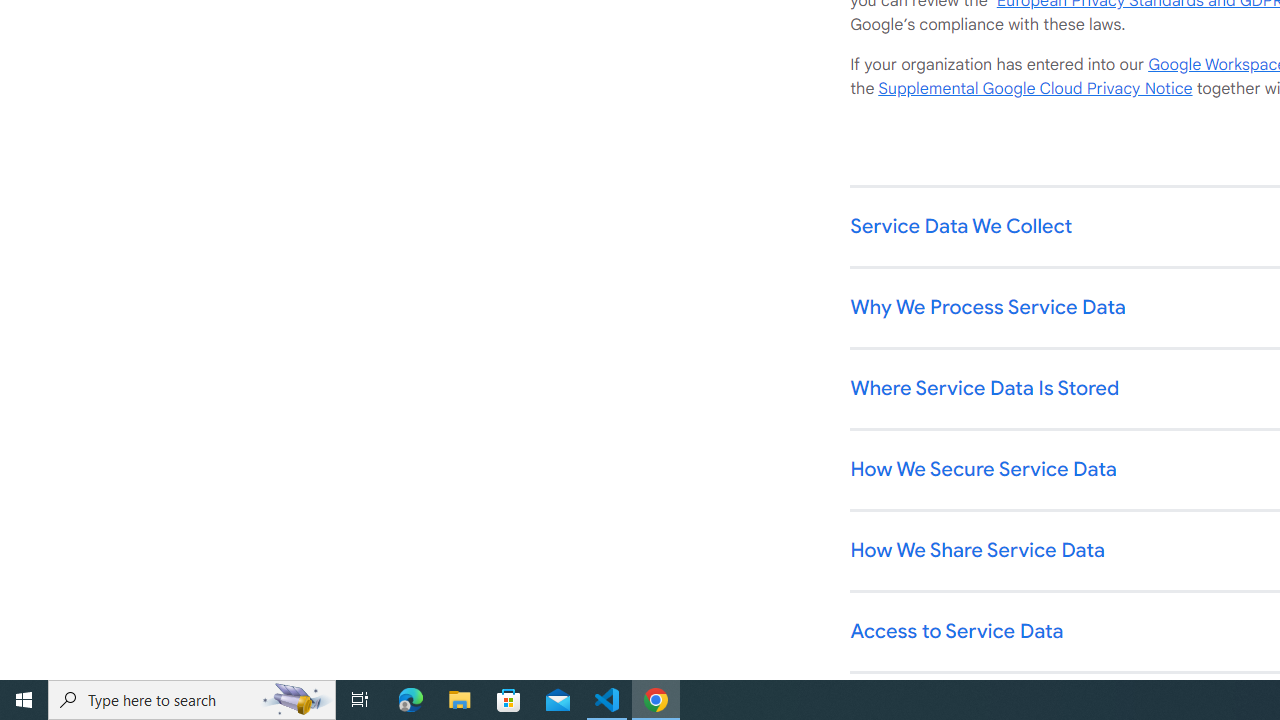 The height and width of the screenshot is (720, 1280). What do you see at coordinates (1035, 88) in the screenshot?
I see `'Supplemental Google Cloud Privacy Notice'` at bounding box center [1035, 88].